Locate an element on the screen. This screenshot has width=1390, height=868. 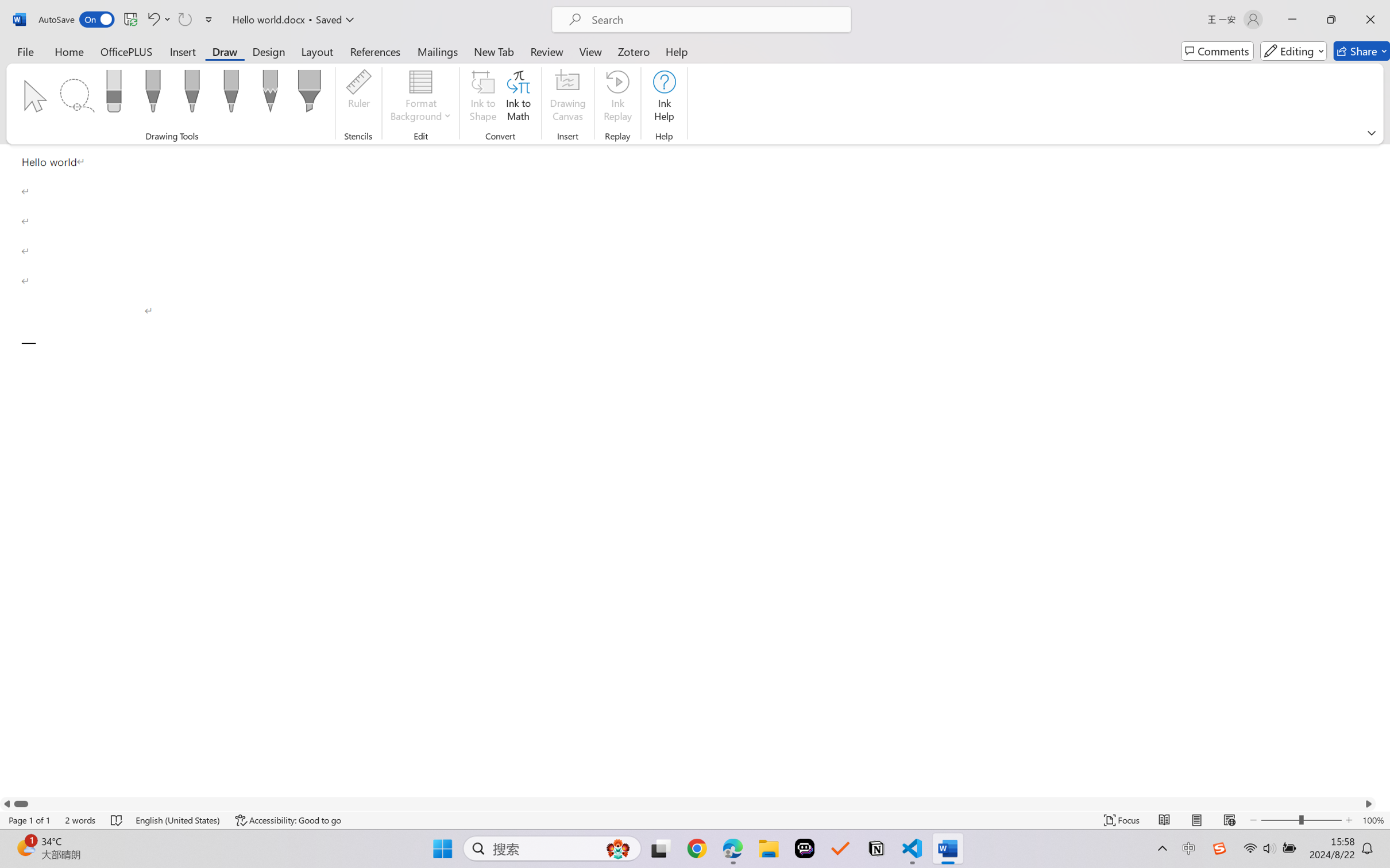
'Close' is located at coordinates (1370, 19).